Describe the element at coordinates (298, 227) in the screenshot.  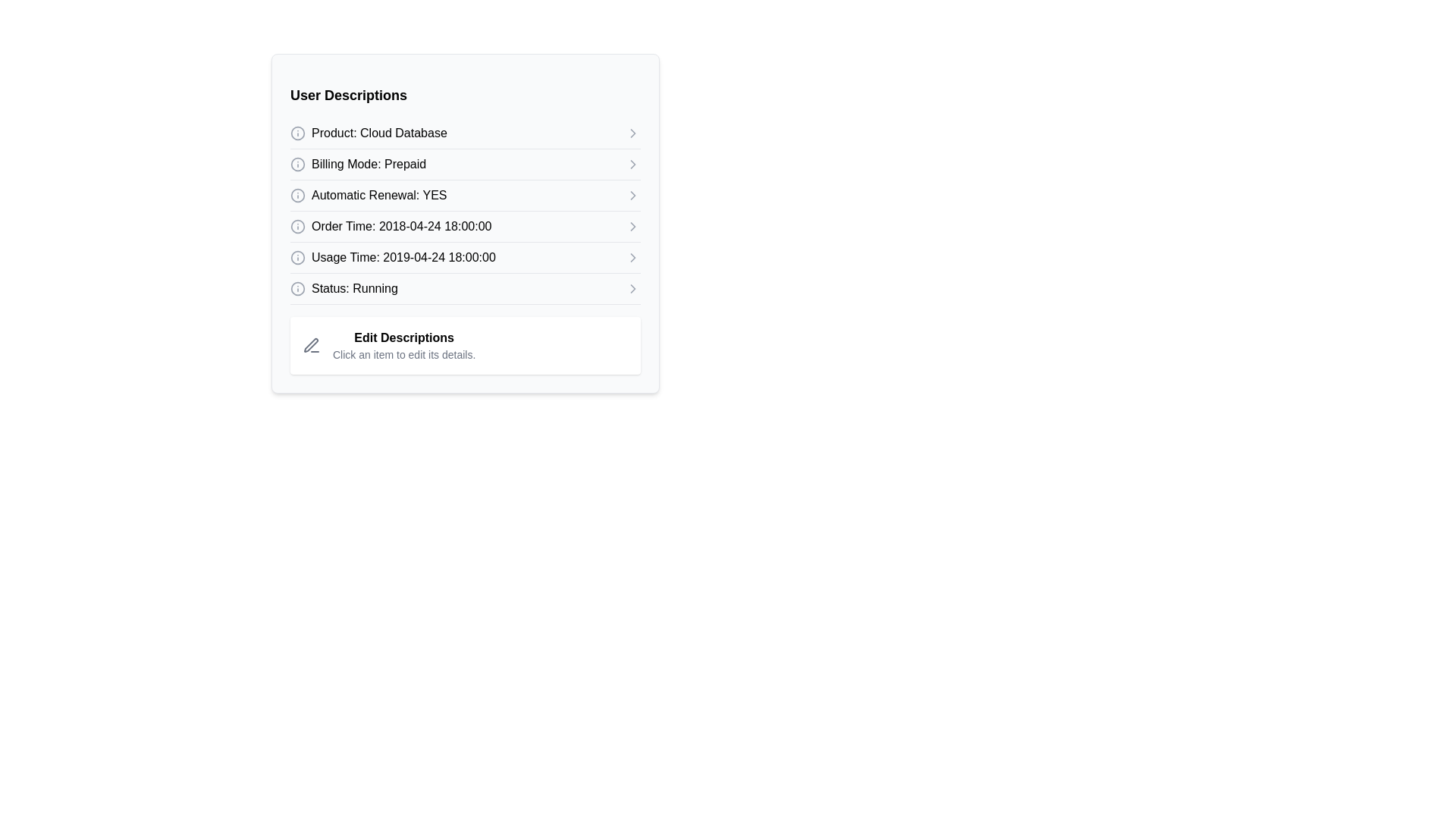
I see `the circular gray icon to the left of the text 'Order Time: 2018-04-24 18:00:00'` at that location.